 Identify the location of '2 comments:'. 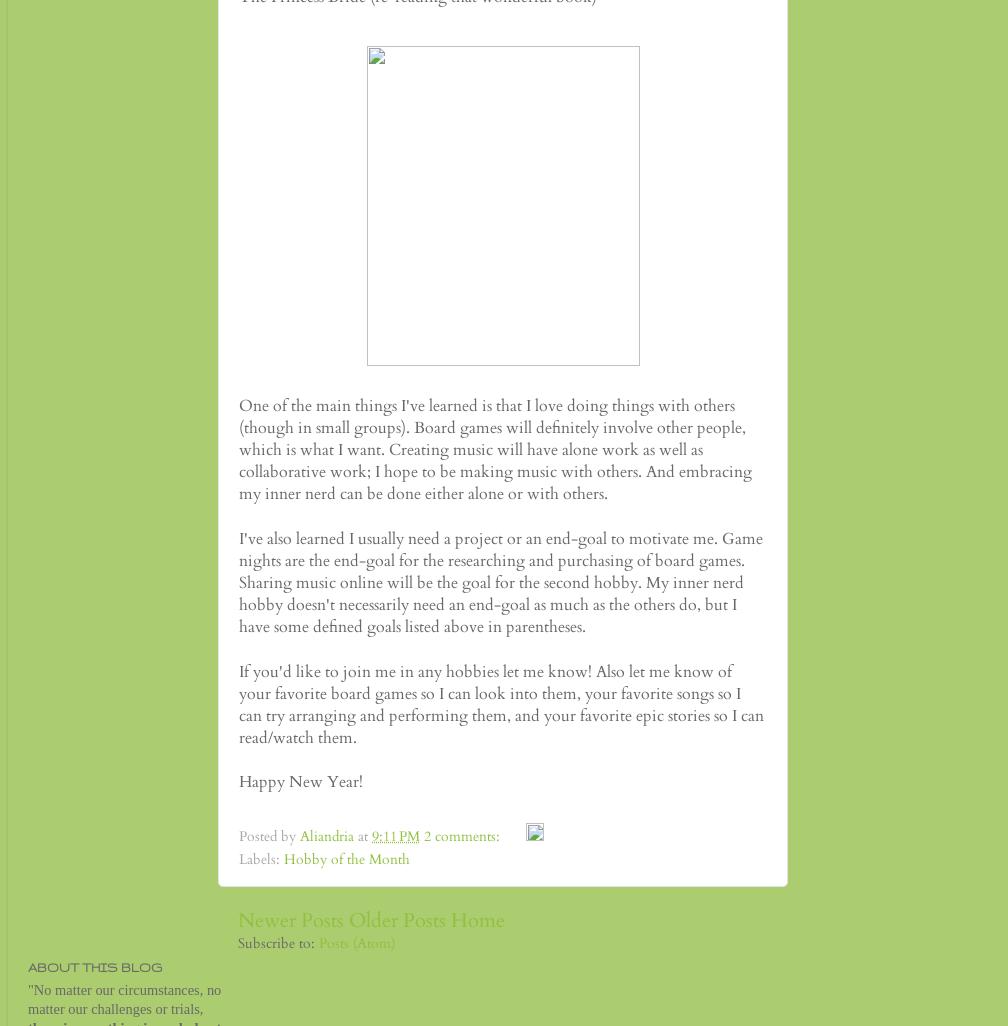
(463, 836).